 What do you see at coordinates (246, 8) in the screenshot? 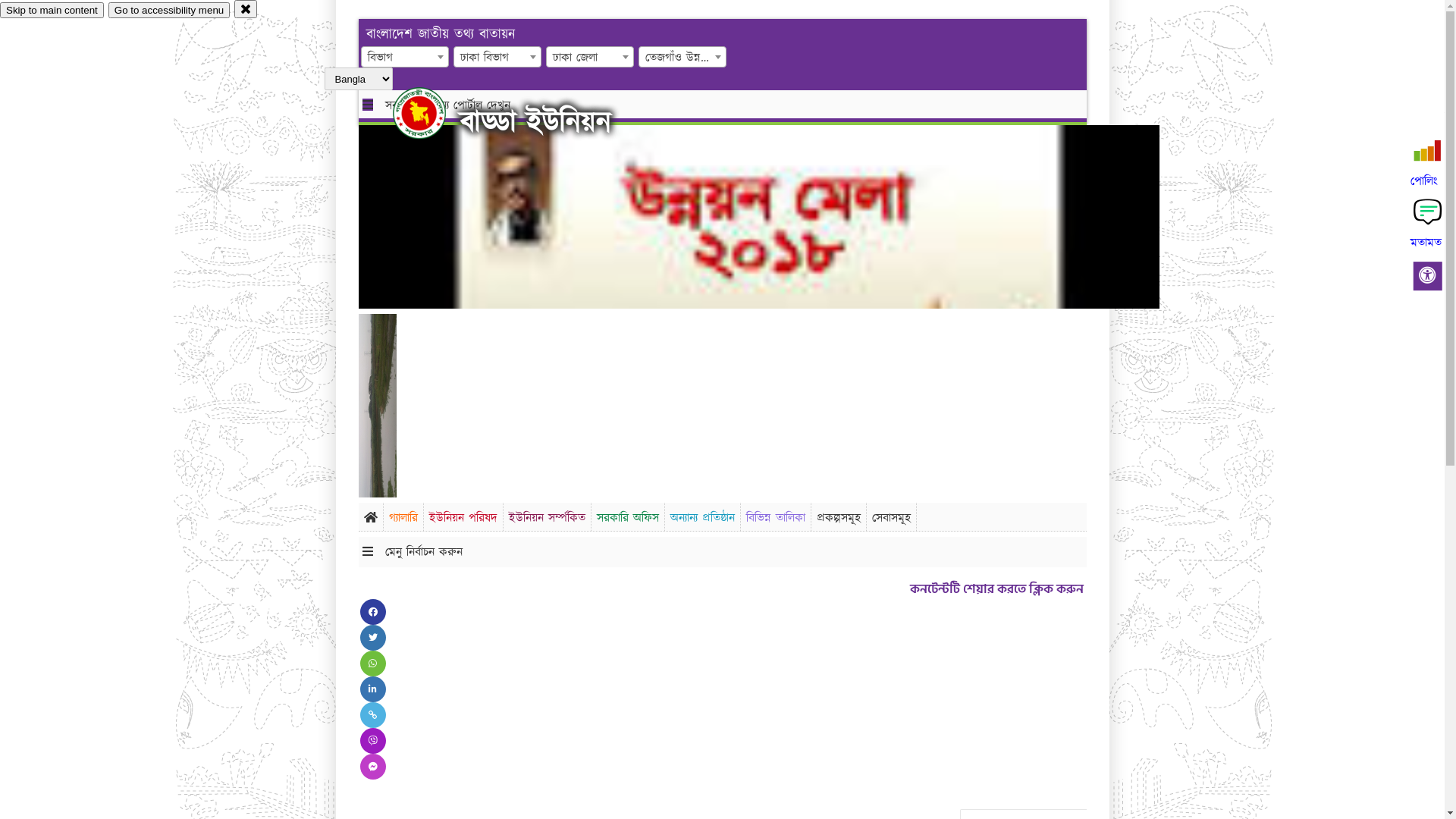
I see `'close'` at bounding box center [246, 8].